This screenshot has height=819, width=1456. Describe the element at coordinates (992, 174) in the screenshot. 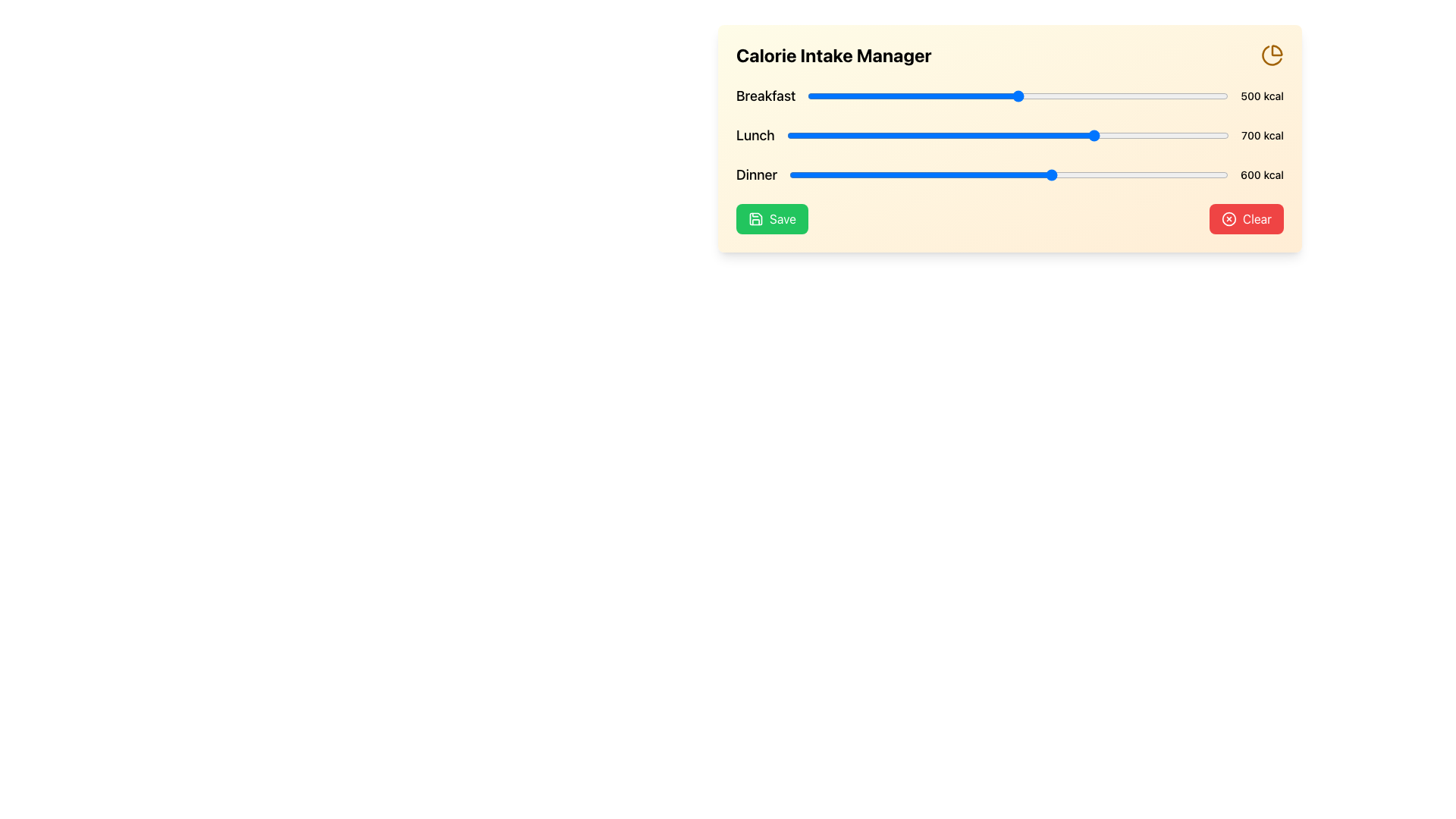

I see `Dinner kcal` at that location.